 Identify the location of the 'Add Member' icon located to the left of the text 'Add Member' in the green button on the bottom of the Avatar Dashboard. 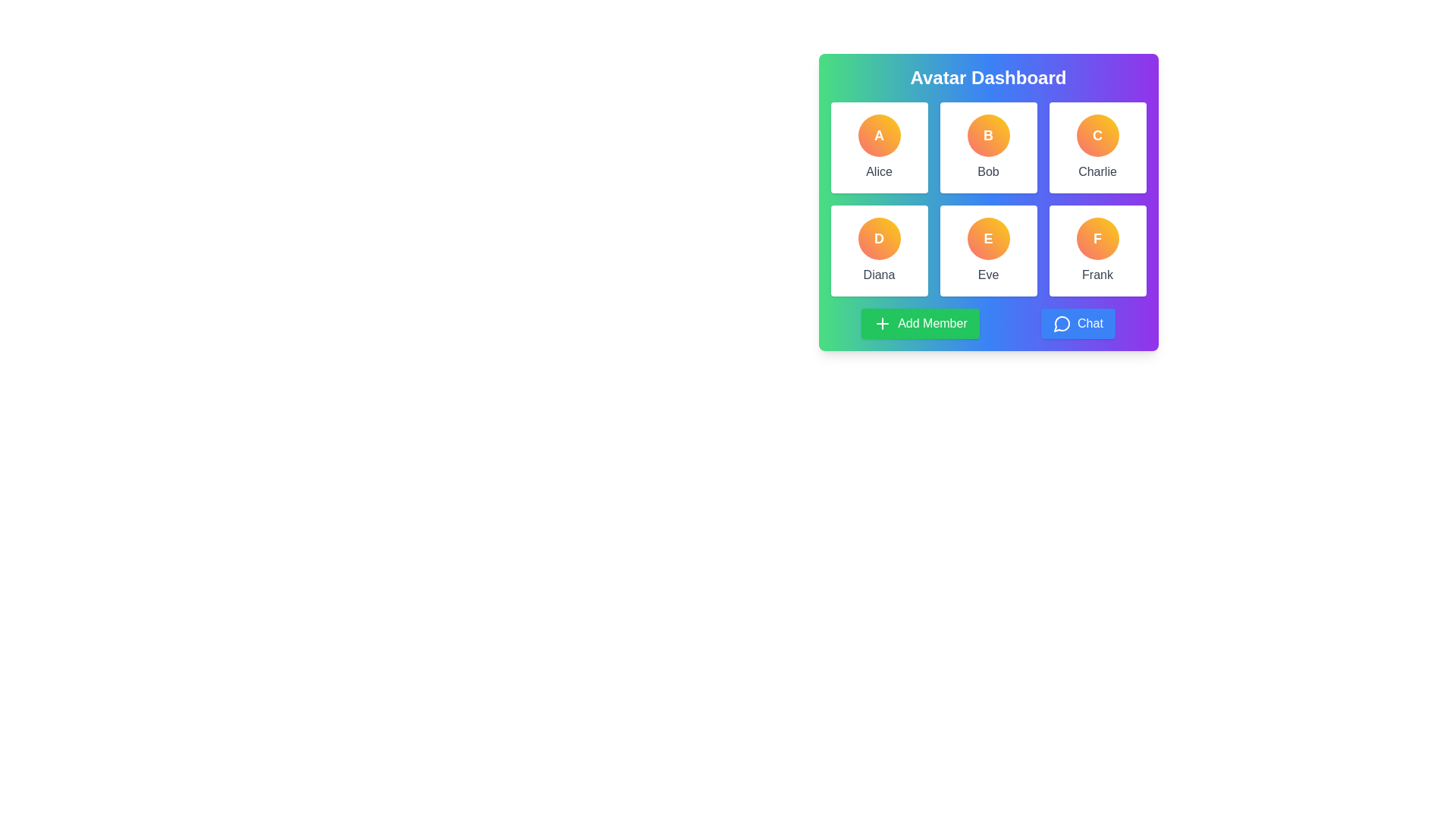
(883, 323).